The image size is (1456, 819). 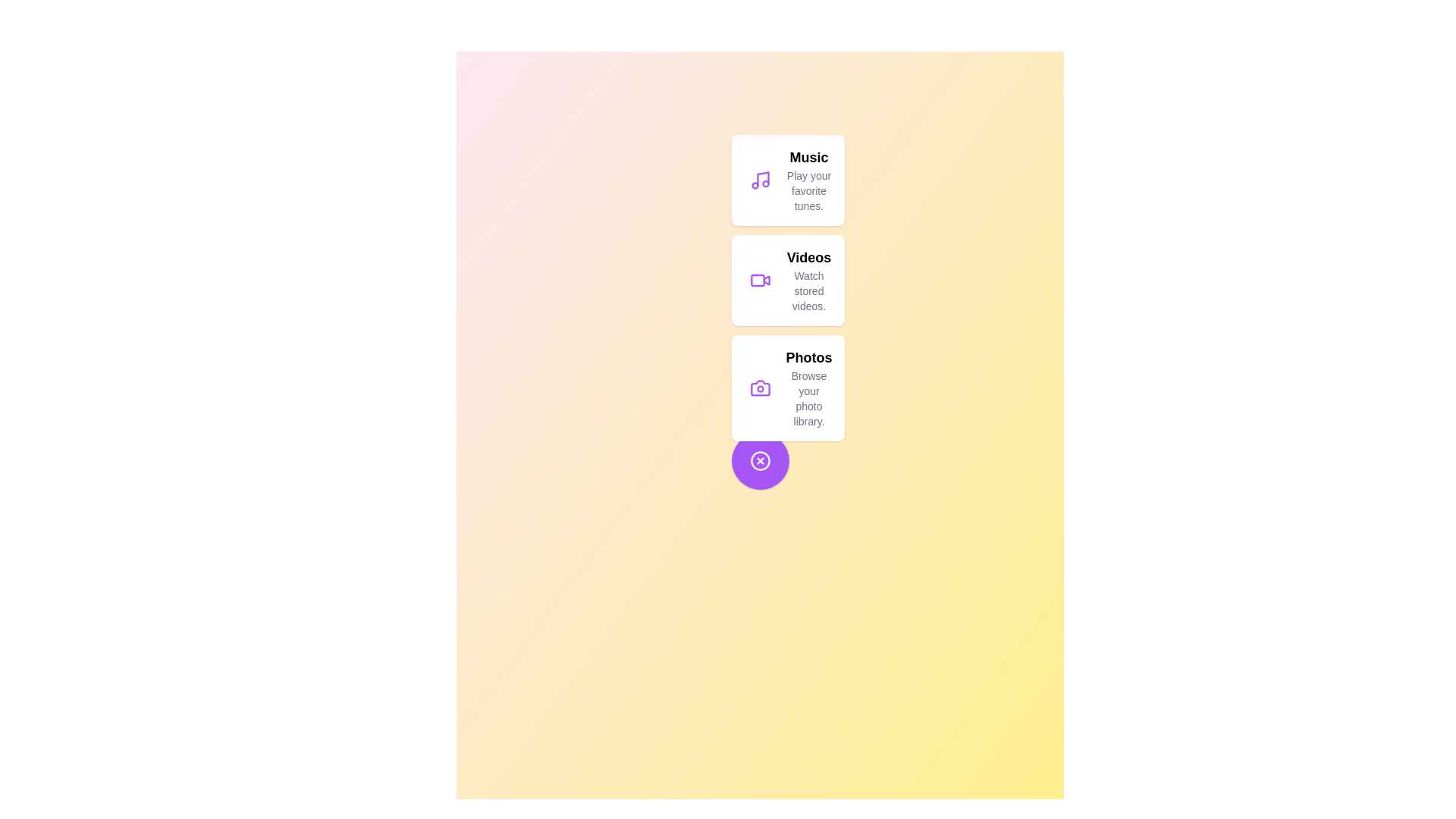 I want to click on the central button to toggle the menu, so click(x=760, y=460).